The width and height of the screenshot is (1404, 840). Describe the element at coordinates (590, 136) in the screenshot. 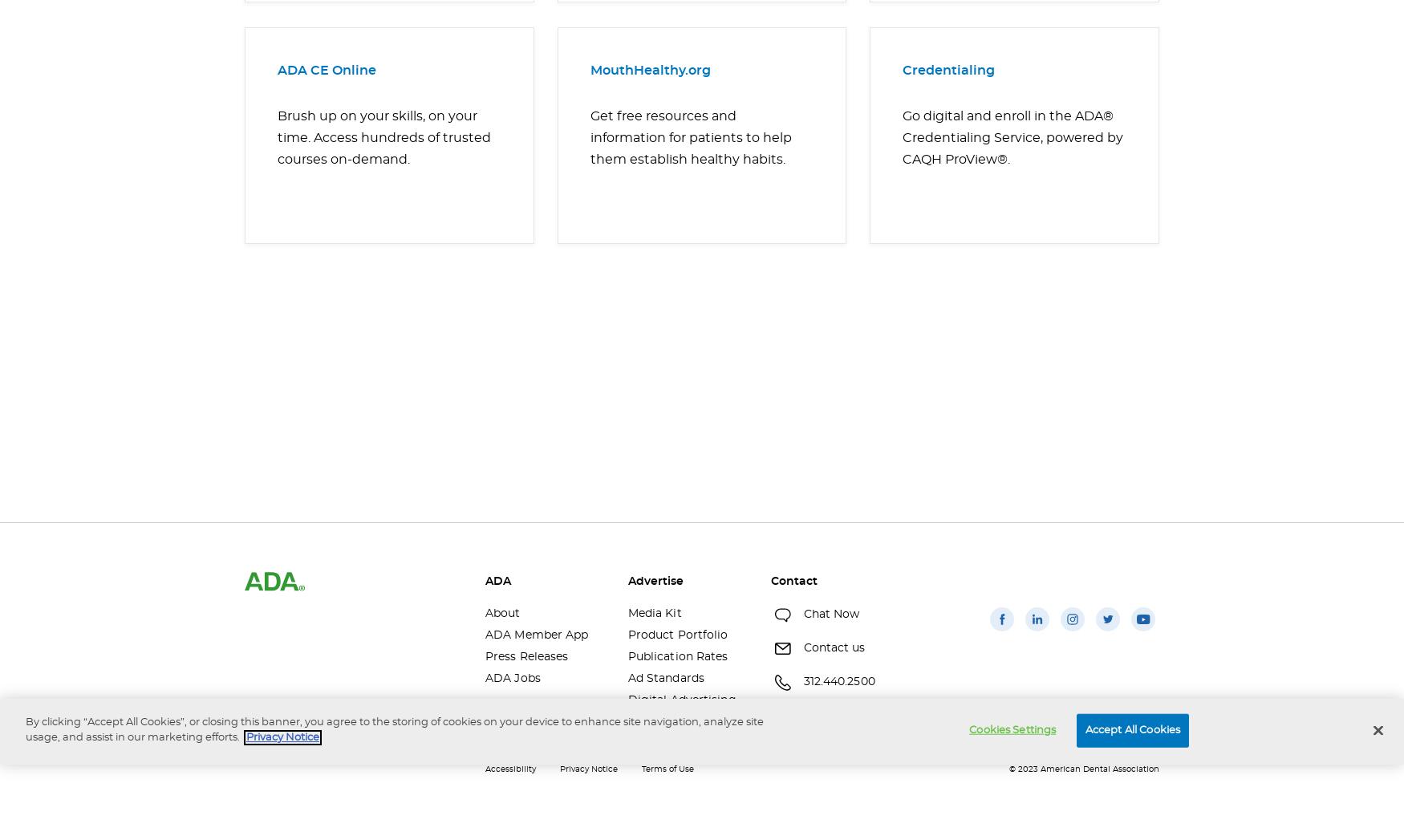

I see `'Get free resources and information for patients to help them establish healthy habits.'` at that location.